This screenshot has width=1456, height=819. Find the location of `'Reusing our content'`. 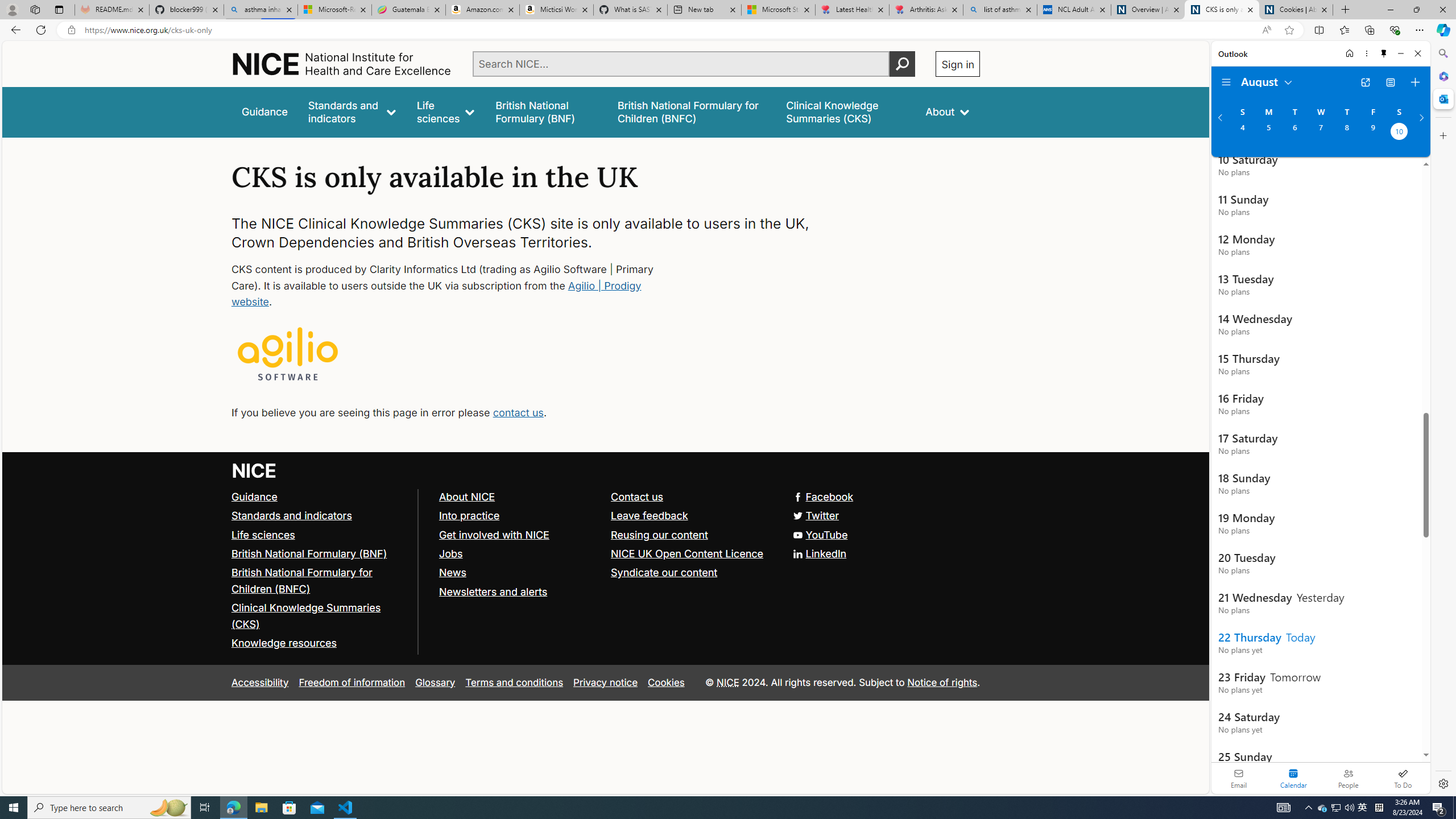

'Reusing our content' is located at coordinates (692, 535).